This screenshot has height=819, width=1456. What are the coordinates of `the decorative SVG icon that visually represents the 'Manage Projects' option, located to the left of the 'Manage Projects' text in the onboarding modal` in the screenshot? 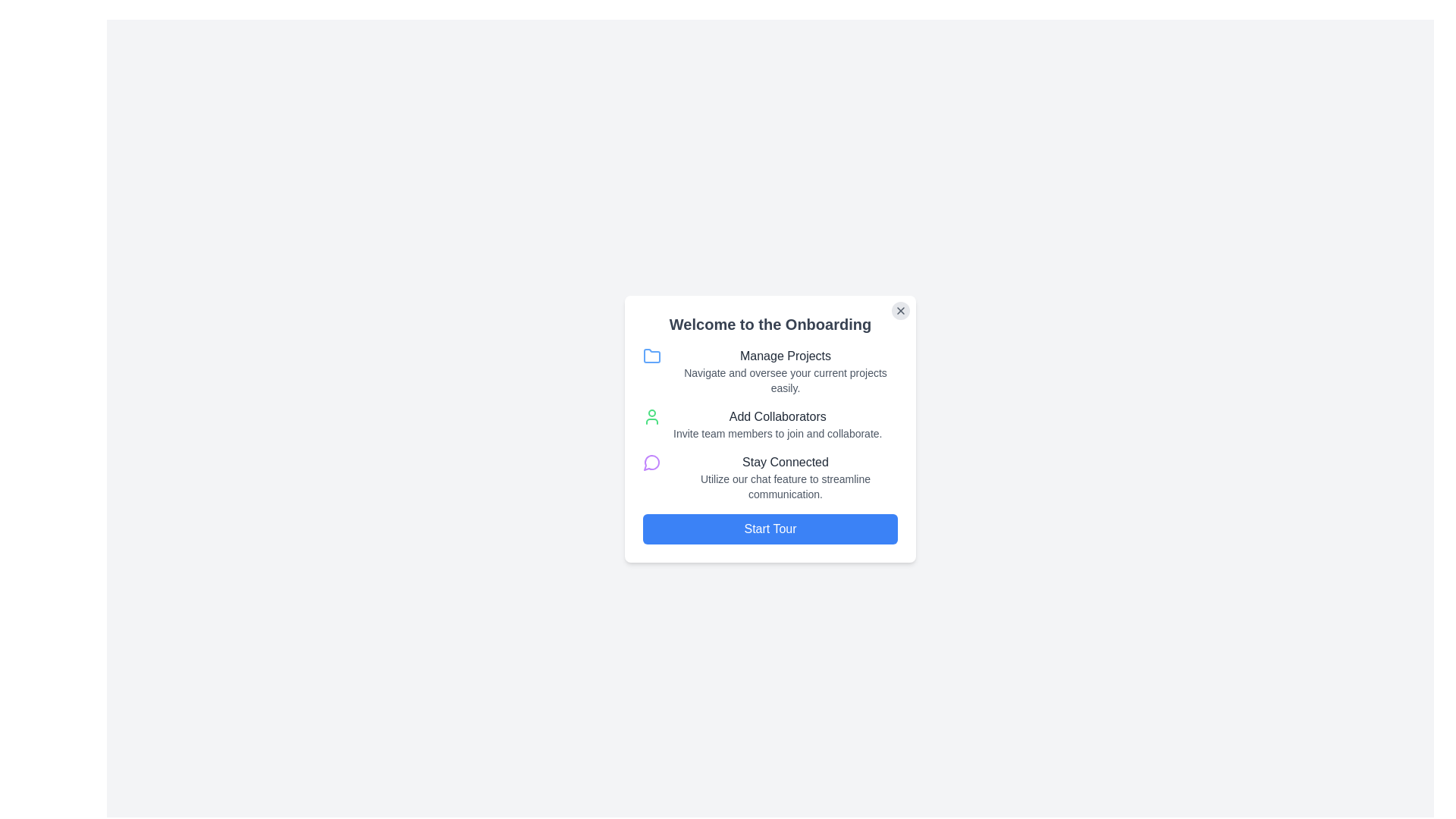 It's located at (651, 356).